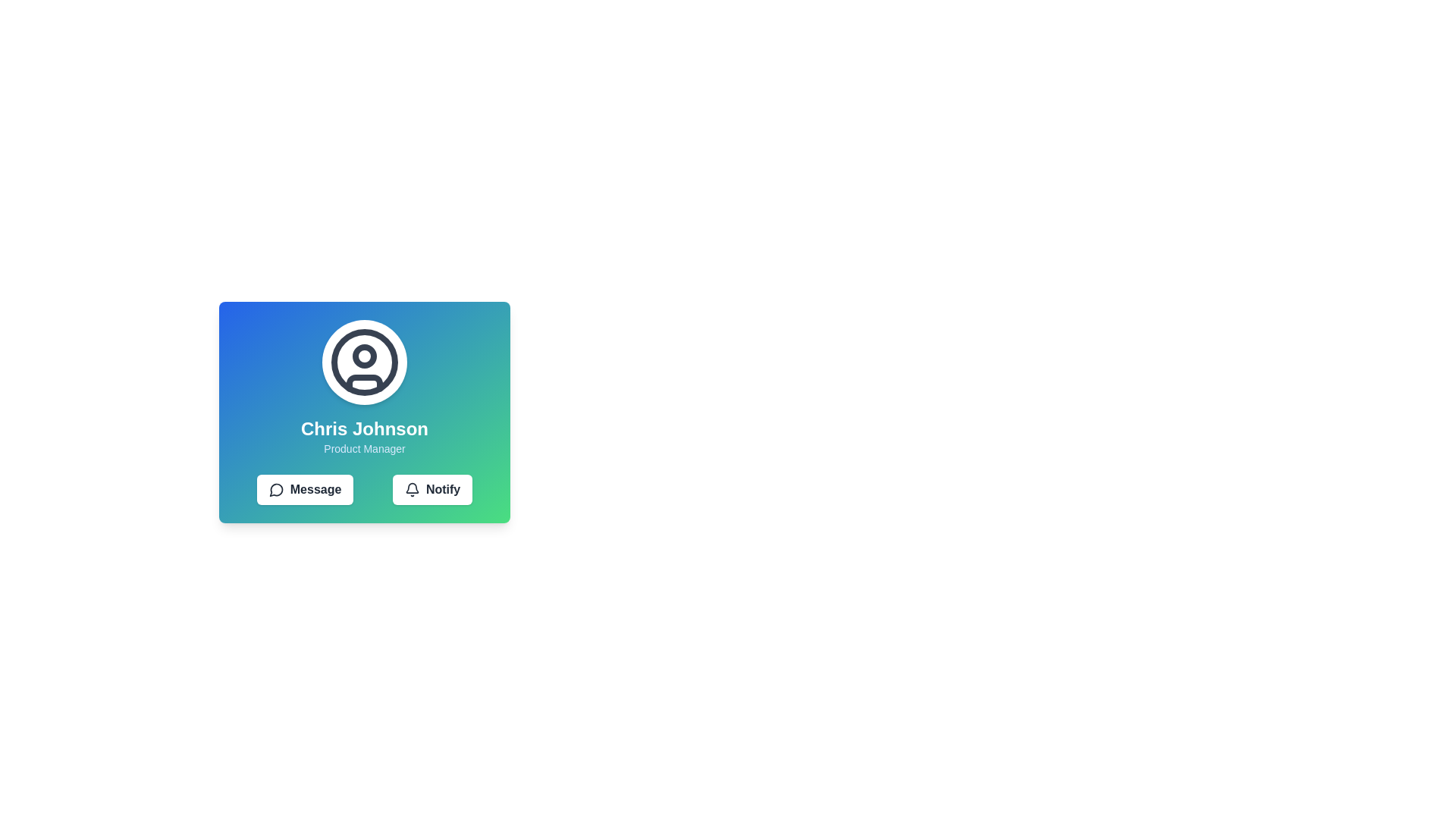 This screenshot has height=819, width=1456. I want to click on the 'Message' button located below the profile card of 'Chris Johnson', which is the first button in a horizontally aligned group, so click(304, 489).